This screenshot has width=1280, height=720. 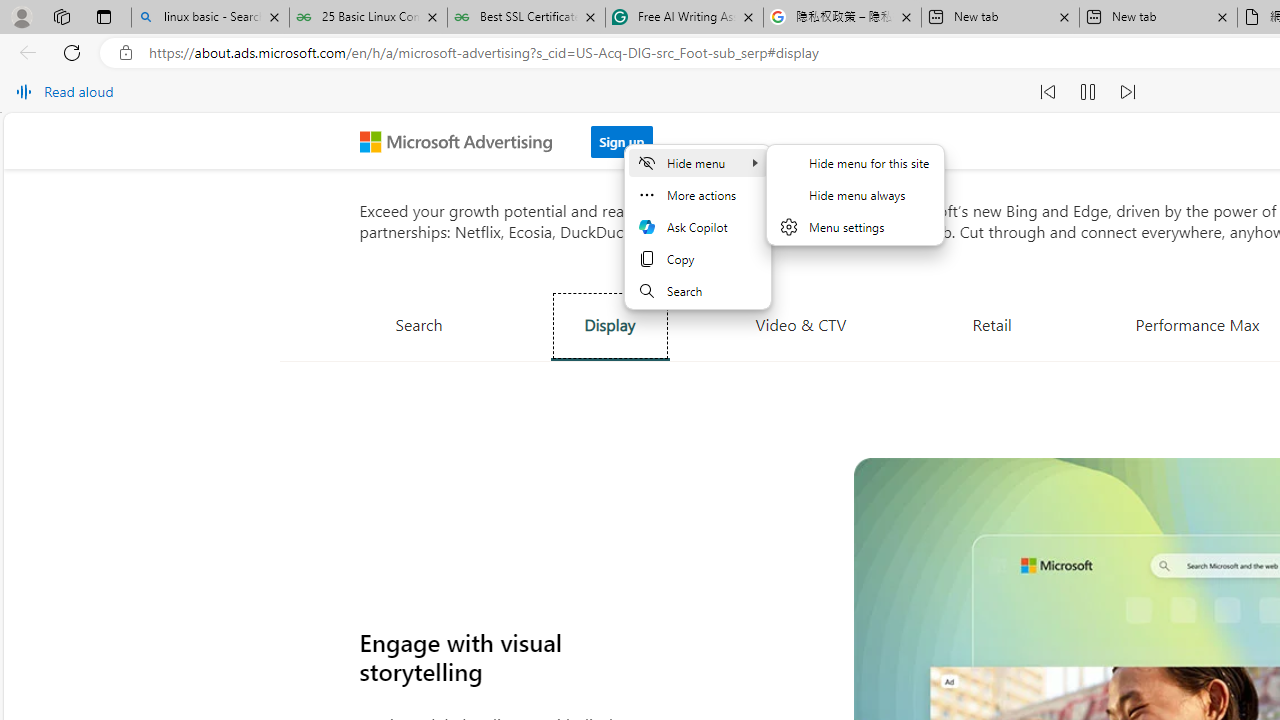 I want to click on 'Ask Copilot', so click(x=697, y=226).